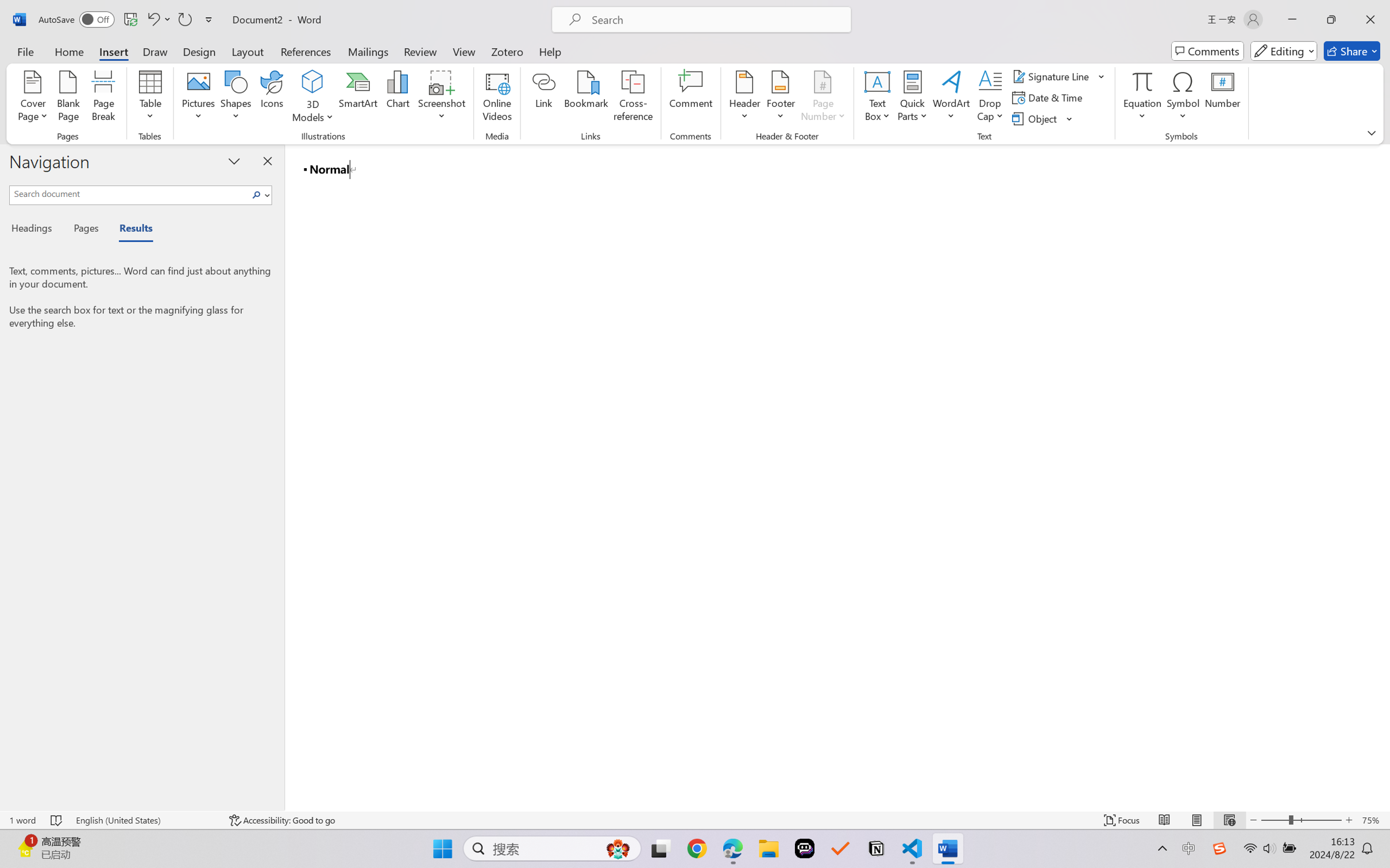 The width and height of the screenshot is (1390, 868). Describe the element at coordinates (823, 98) in the screenshot. I see `'Page Number'` at that location.